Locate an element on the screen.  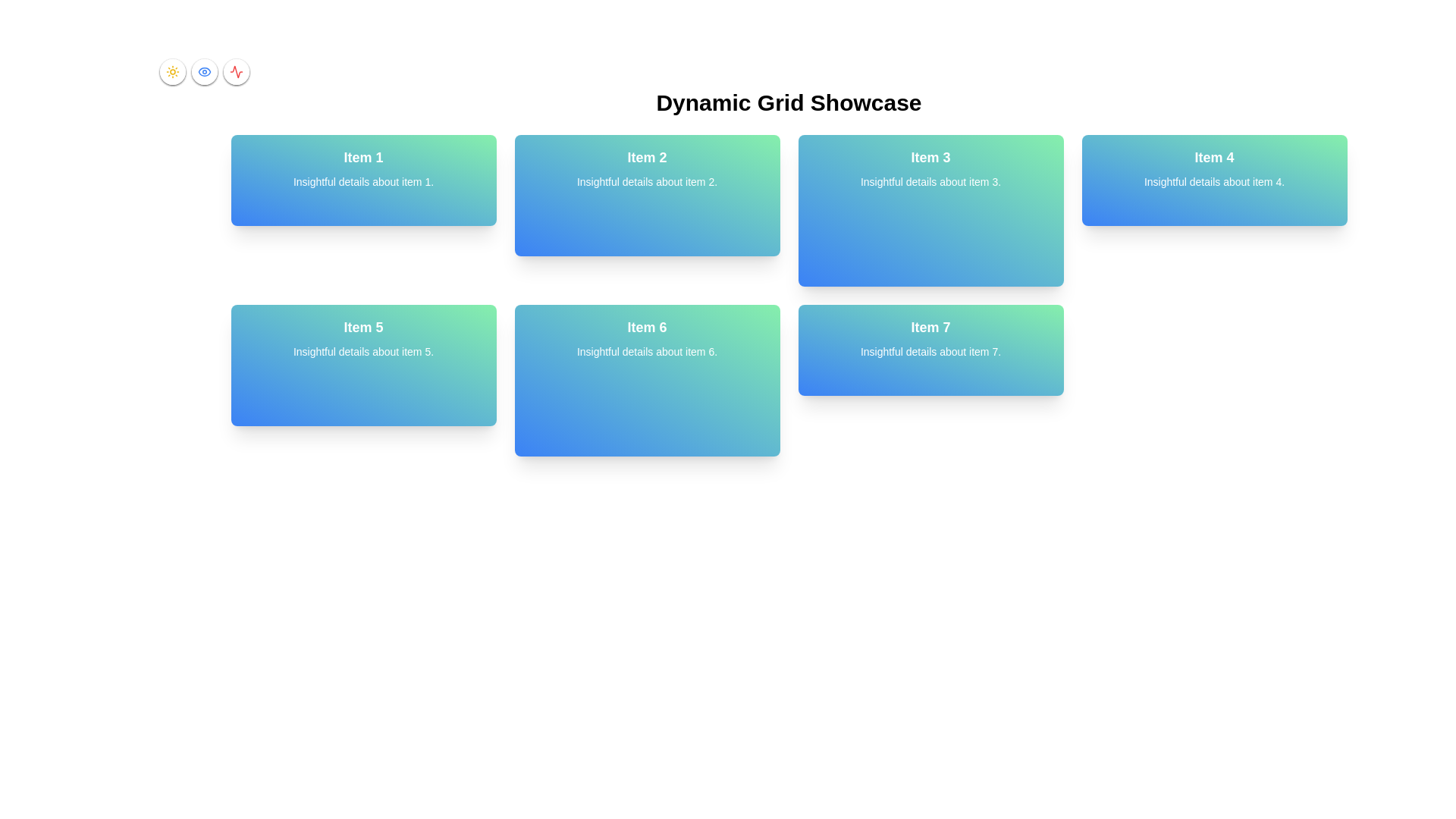
the text label providing additional details about 'Item 6', located below the 'Item 6' title in the second row and second column of the dynamic grid layout is located at coordinates (647, 351).